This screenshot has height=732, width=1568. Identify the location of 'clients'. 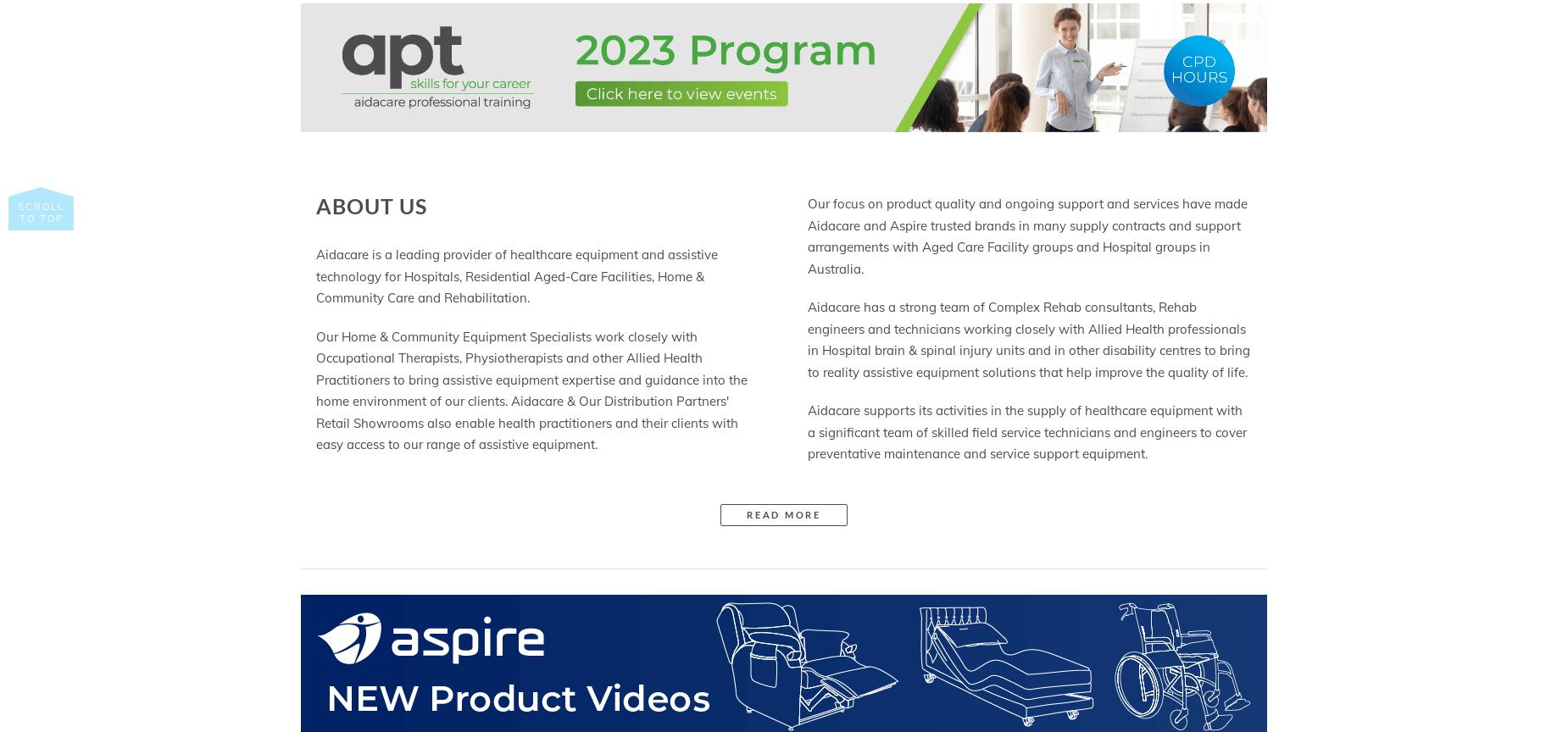
(690, 422).